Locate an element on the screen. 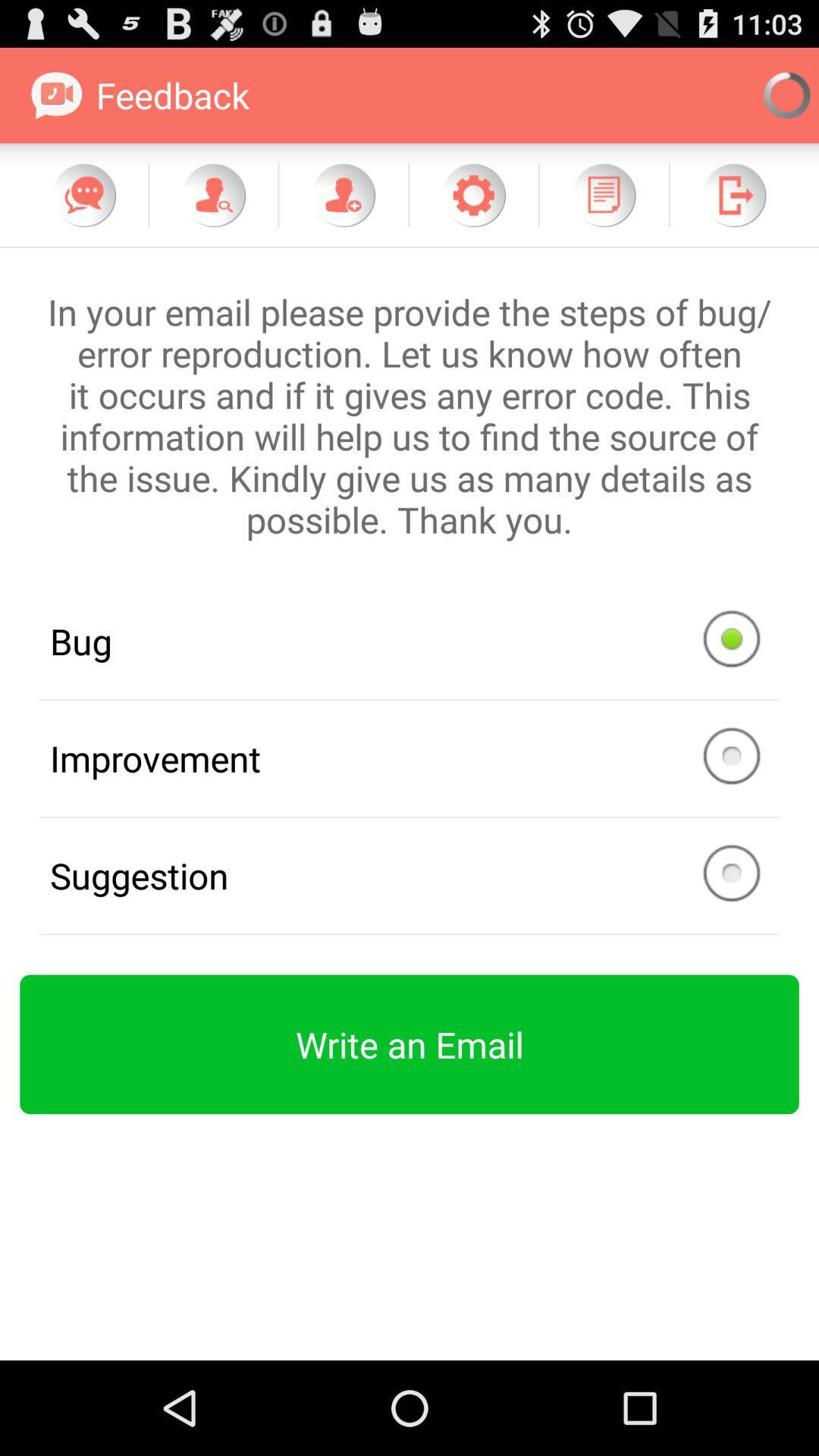 Image resolution: width=819 pixels, height=1456 pixels. contact is located at coordinates (343, 194).